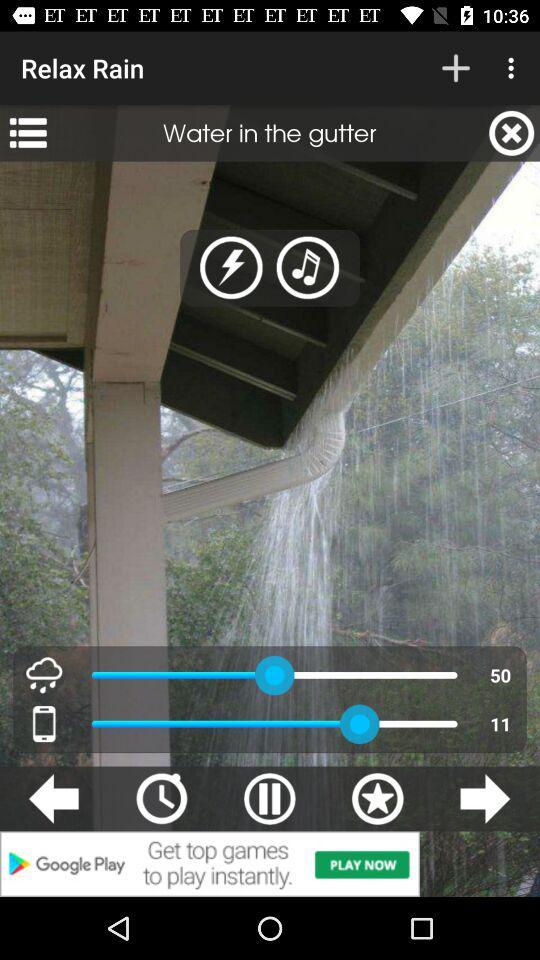 Image resolution: width=540 pixels, height=960 pixels. Describe the element at coordinates (455, 68) in the screenshot. I see `icon to the right of the relax rain item` at that location.